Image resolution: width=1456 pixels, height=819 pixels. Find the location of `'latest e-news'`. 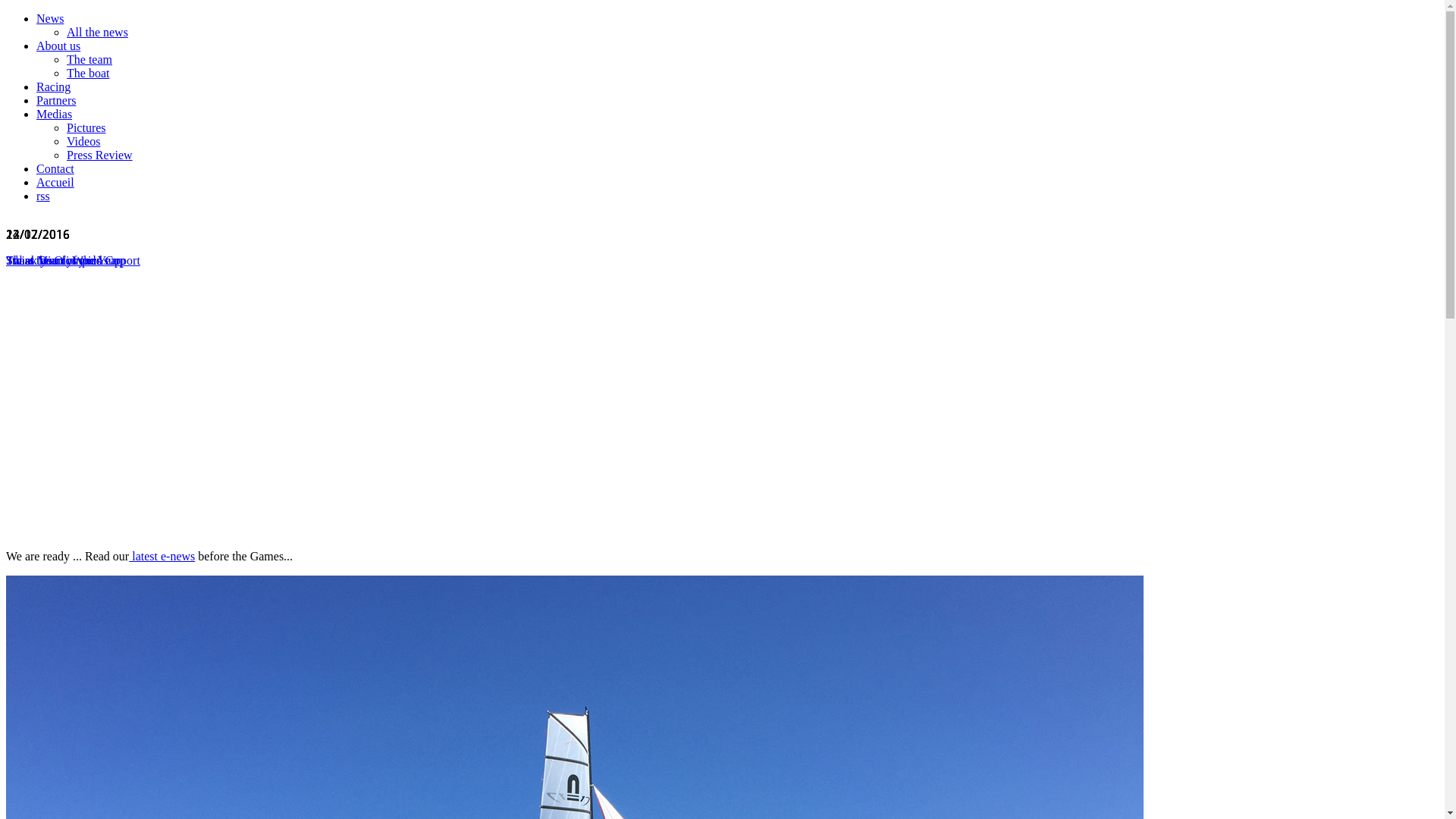

'latest e-news' is located at coordinates (128, 556).